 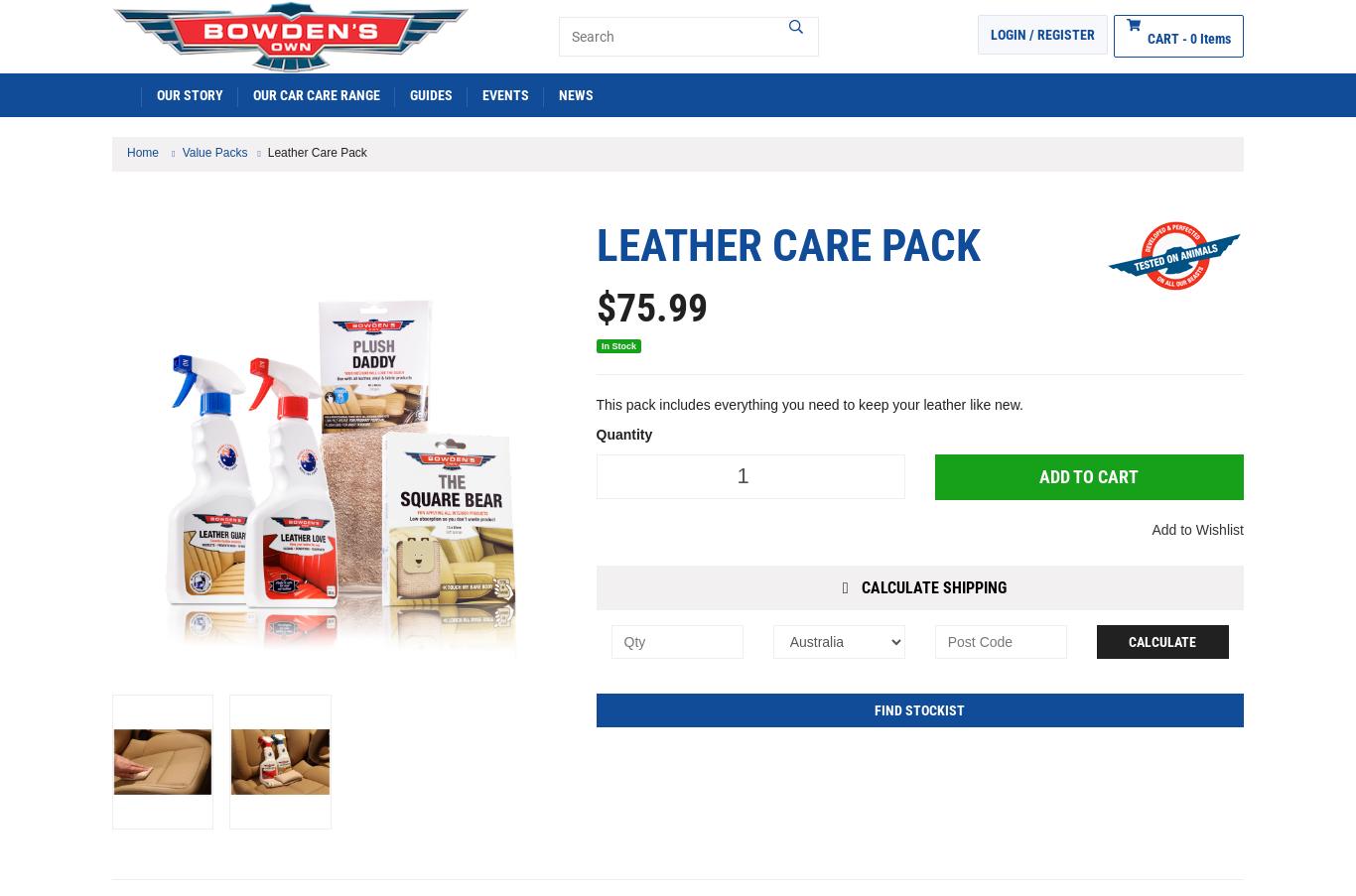 What do you see at coordinates (1197, 528) in the screenshot?
I see `'Add to Wishlist'` at bounding box center [1197, 528].